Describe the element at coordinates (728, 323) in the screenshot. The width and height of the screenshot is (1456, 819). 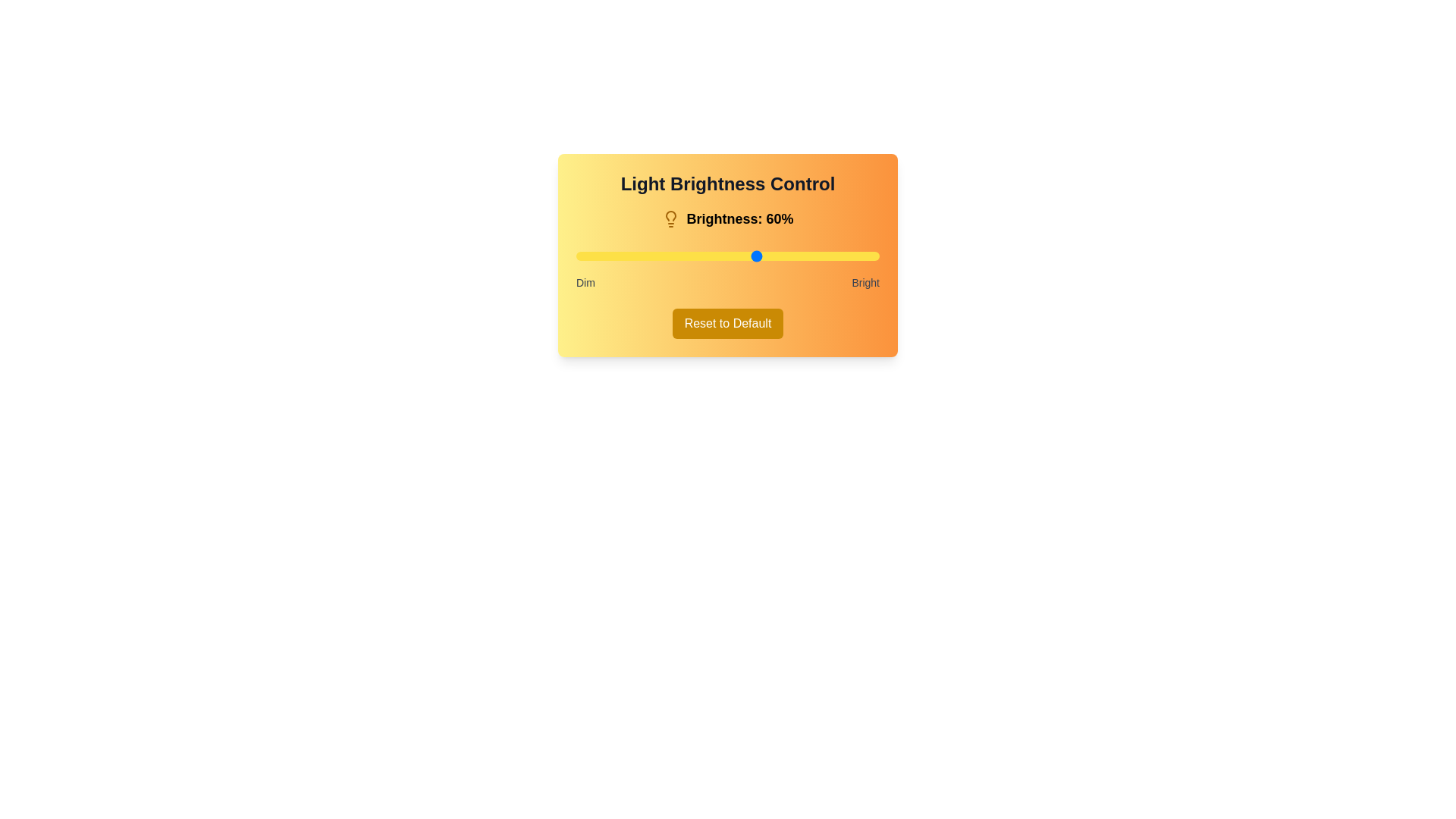
I see `the 'Reset to Default' button to reset the brightness to the default value` at that location.